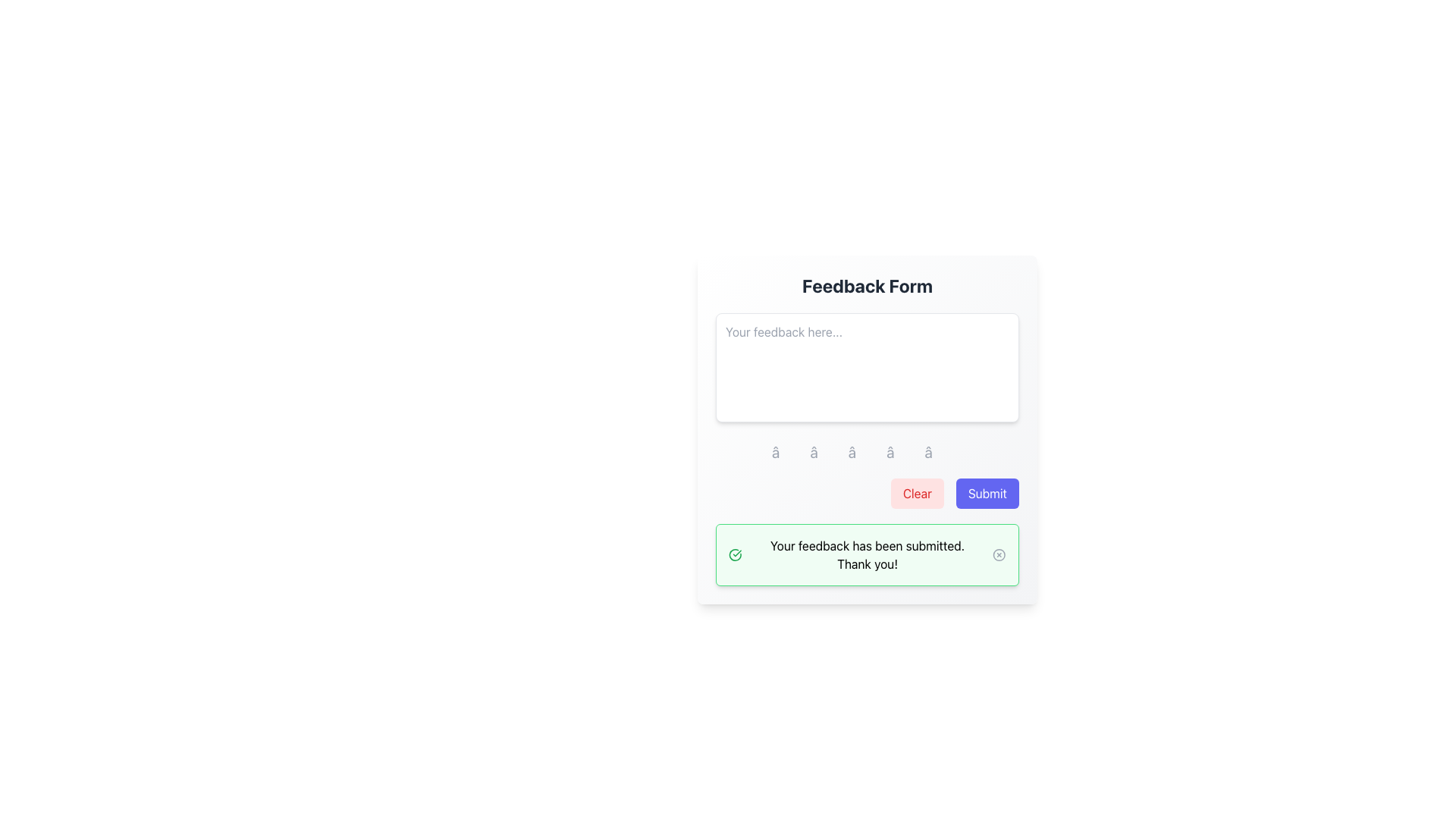 The width and height of the screenshot is (1456, 819). I want to click on the clear button located to the left of the 'Submit' button at the bottom of the form interface, so click(916, 494).